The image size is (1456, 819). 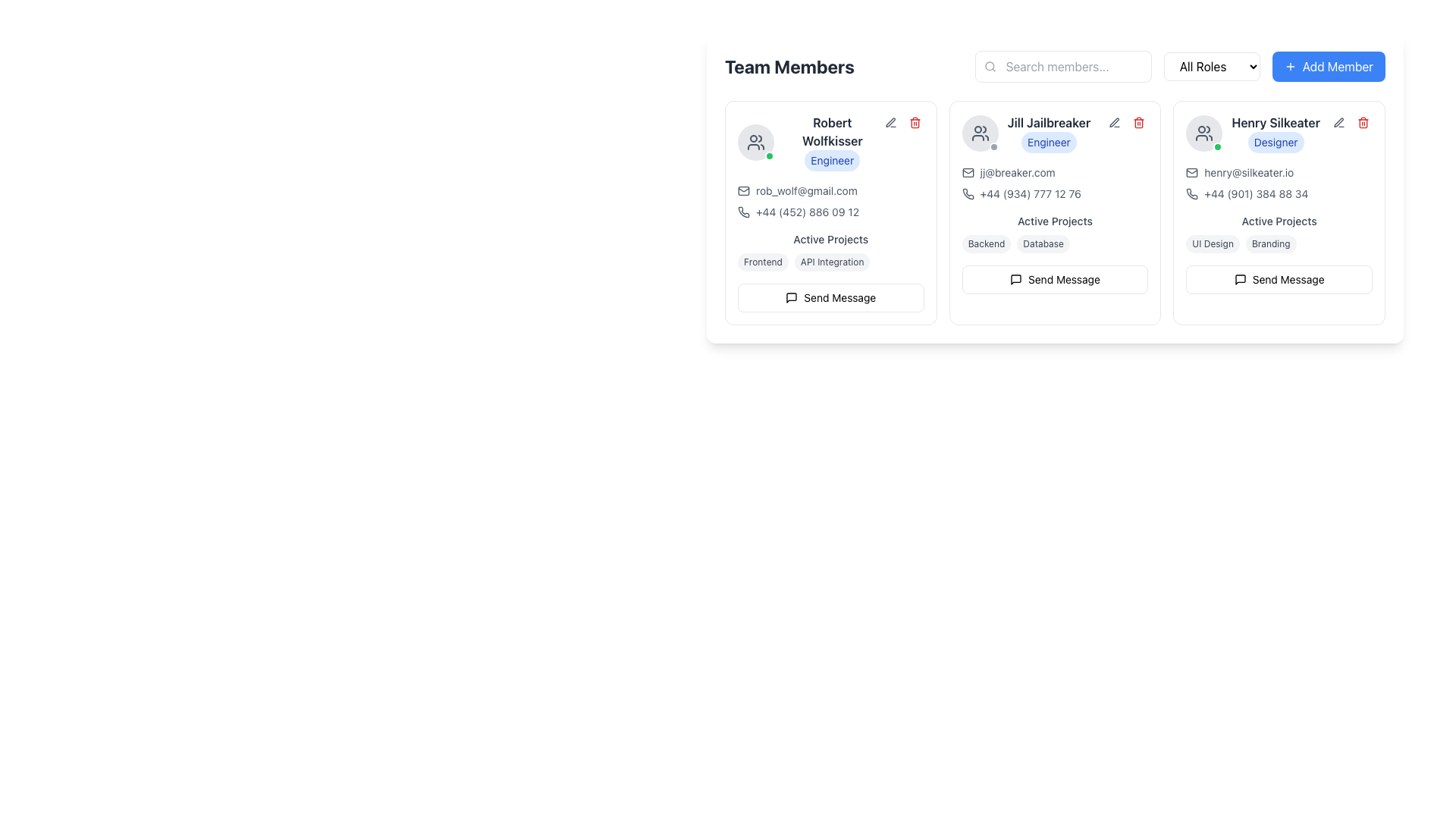 What do you see at coordinates (743, 190) in the screenshot?
I see `the SVG rectangle that represents the email icon` at bounding box center [743, 190].